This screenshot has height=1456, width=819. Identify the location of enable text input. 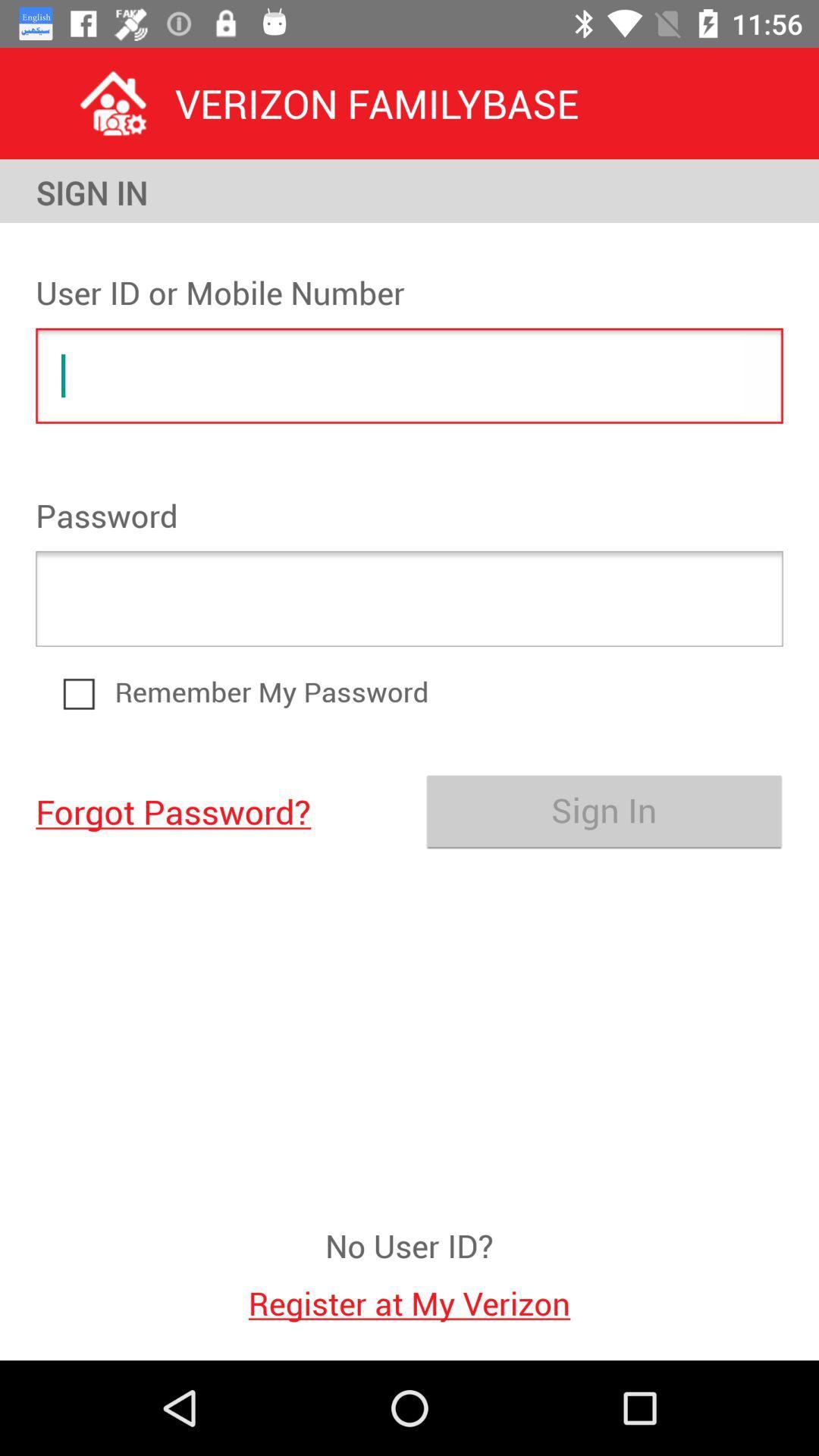
(409, 375).